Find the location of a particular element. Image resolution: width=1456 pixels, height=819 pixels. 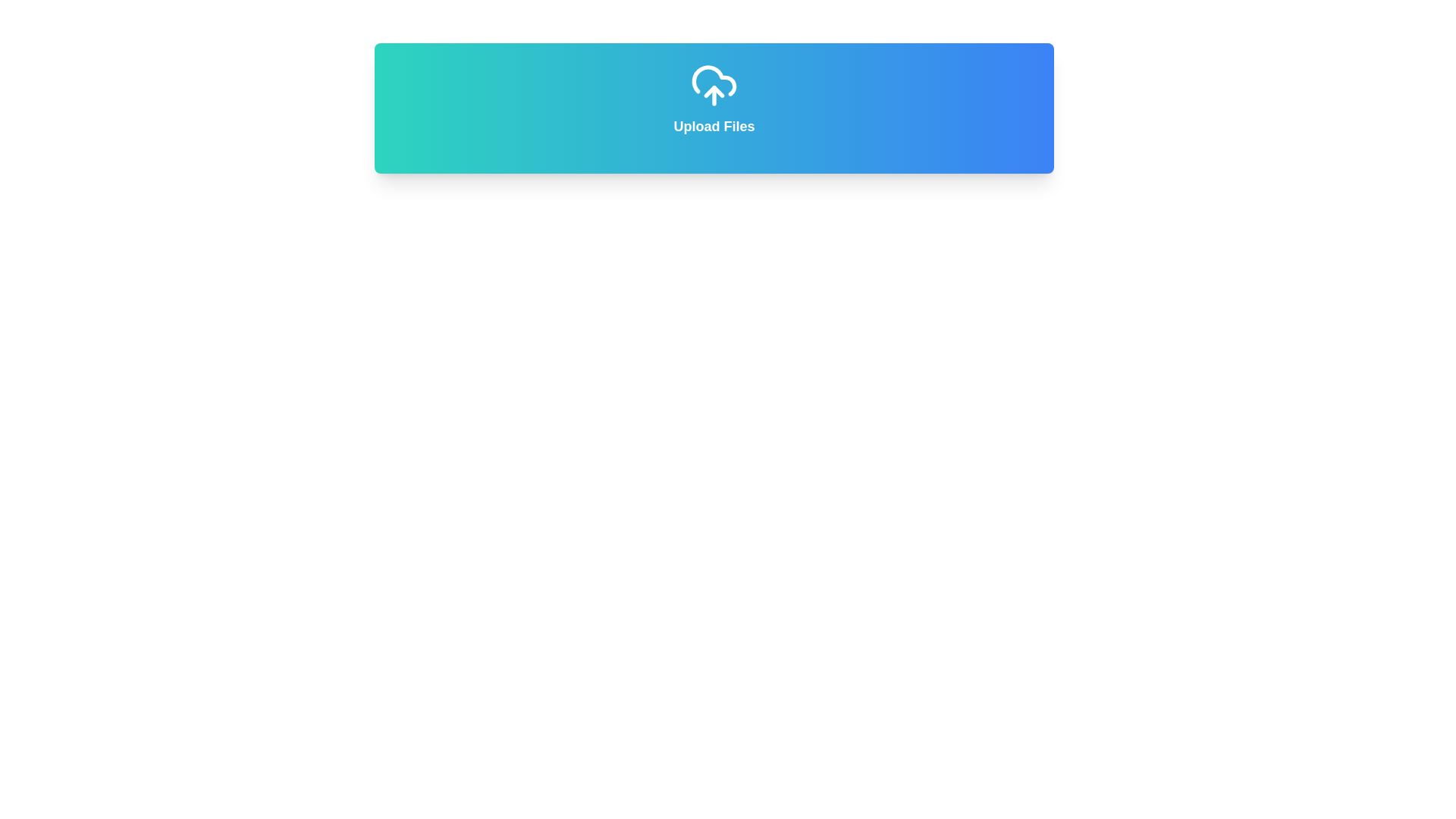

the static text label indicating the file uploading section, which is centrally positioned beneath the upload icon in the gradient header is located at coordinates (713, 125).